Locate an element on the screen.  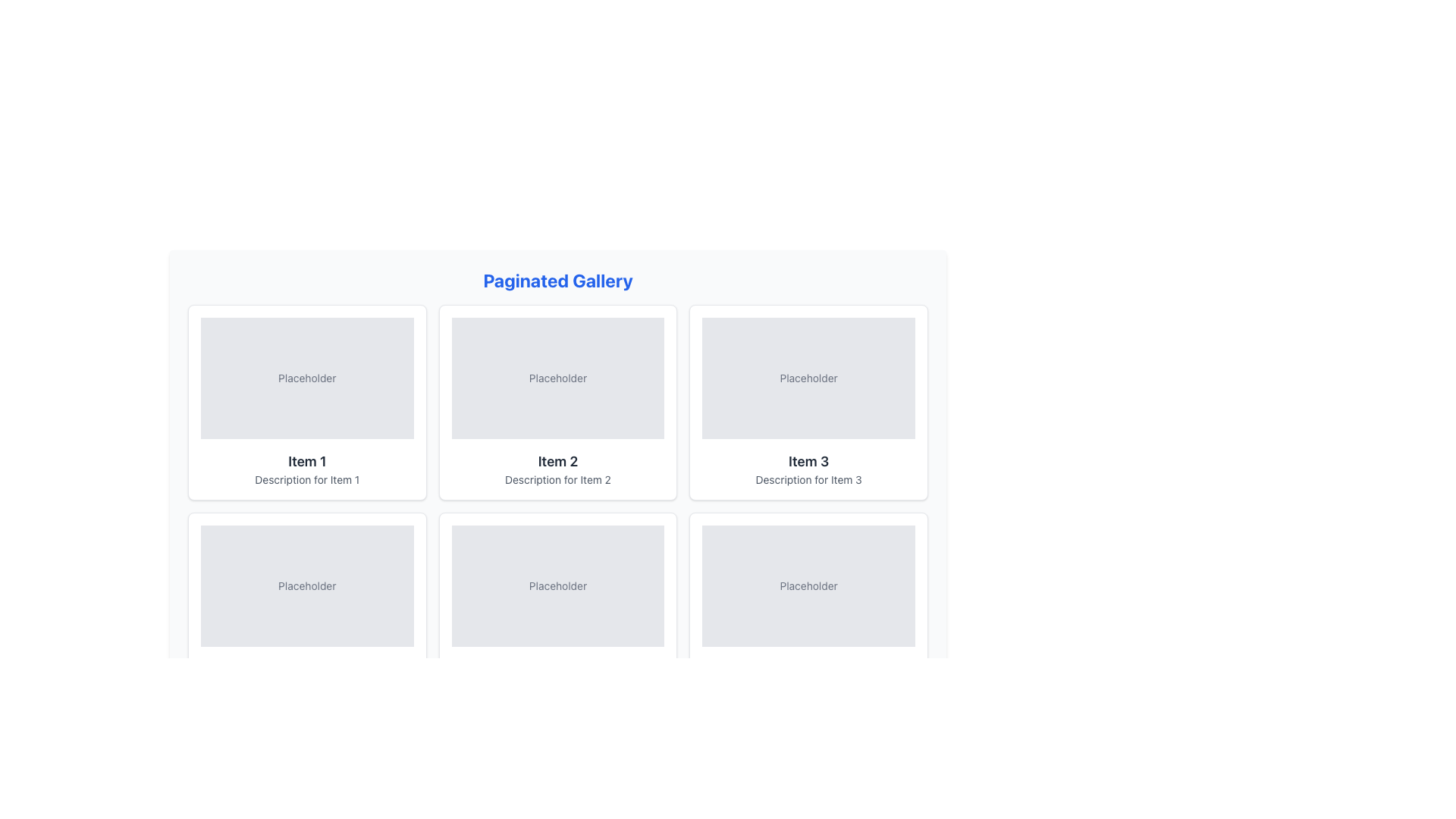
current page indicator from the pagination control, which displays 'Page 1 of 5' located at the bottom of the gallery interface is located at coordinates (557, 747).